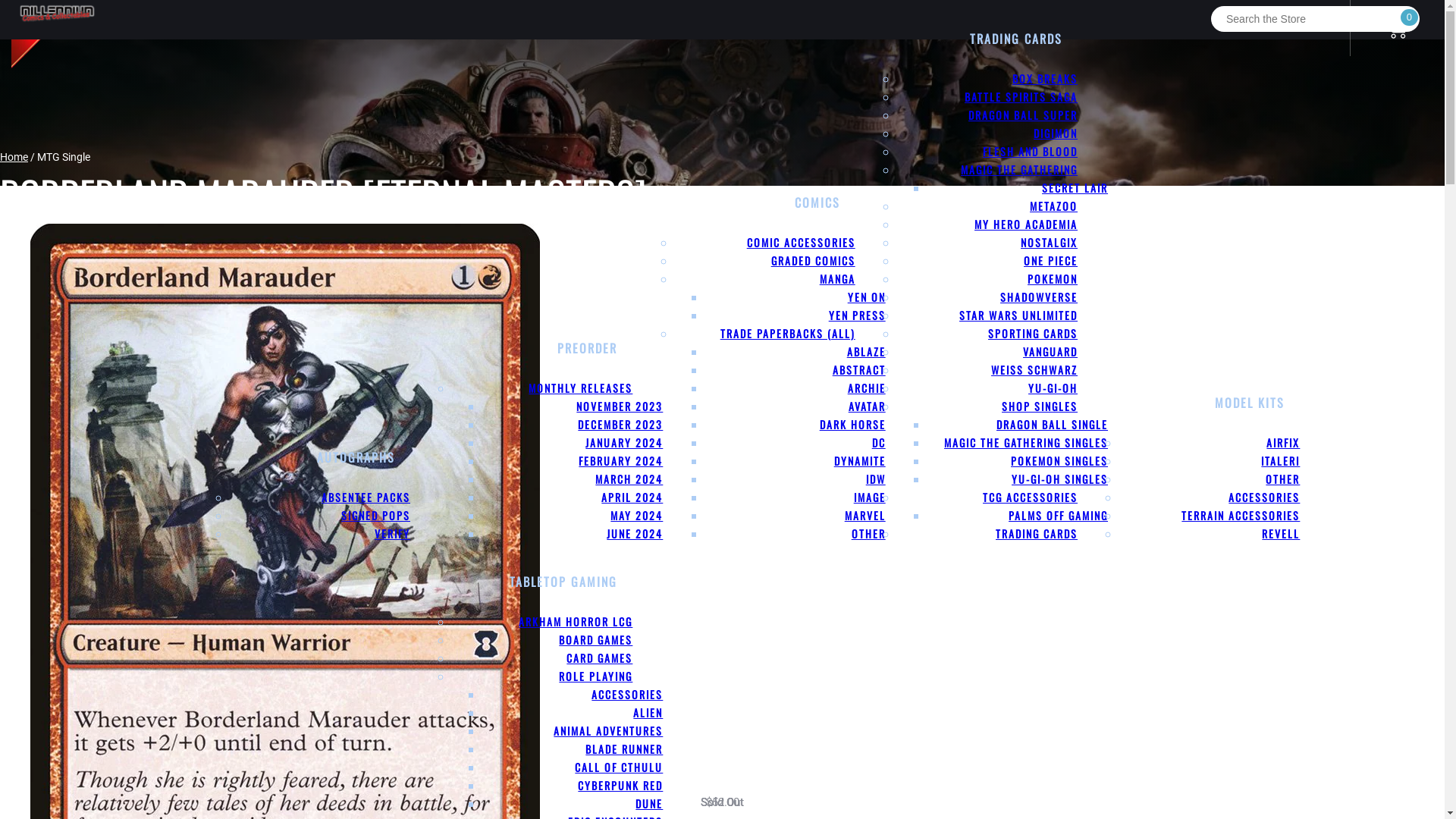 The image size is (1456, 819). I want to click on 'VERIFY', so click(392, 532).